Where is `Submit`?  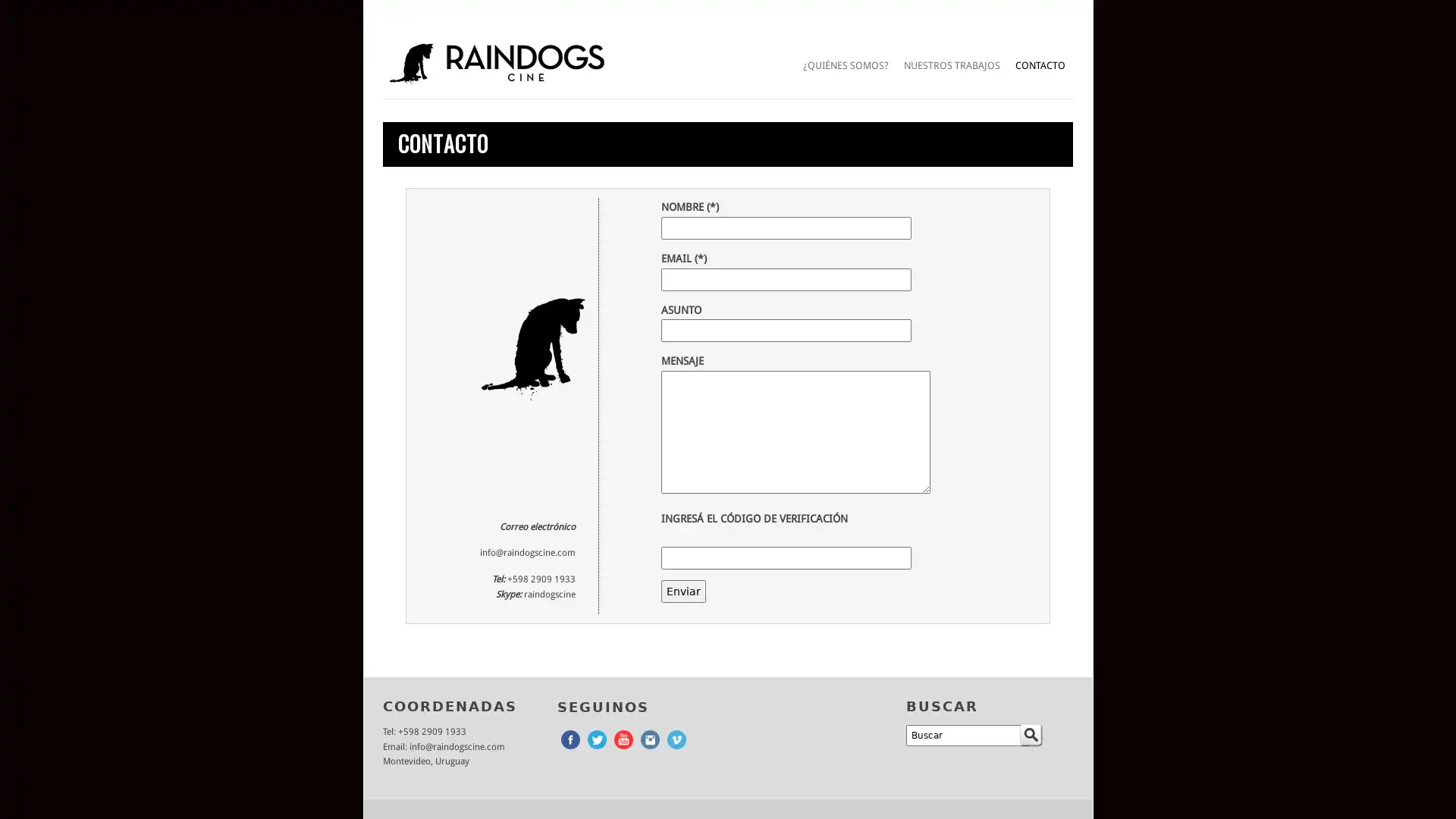
Submit is located at coordinates (1030, 734).